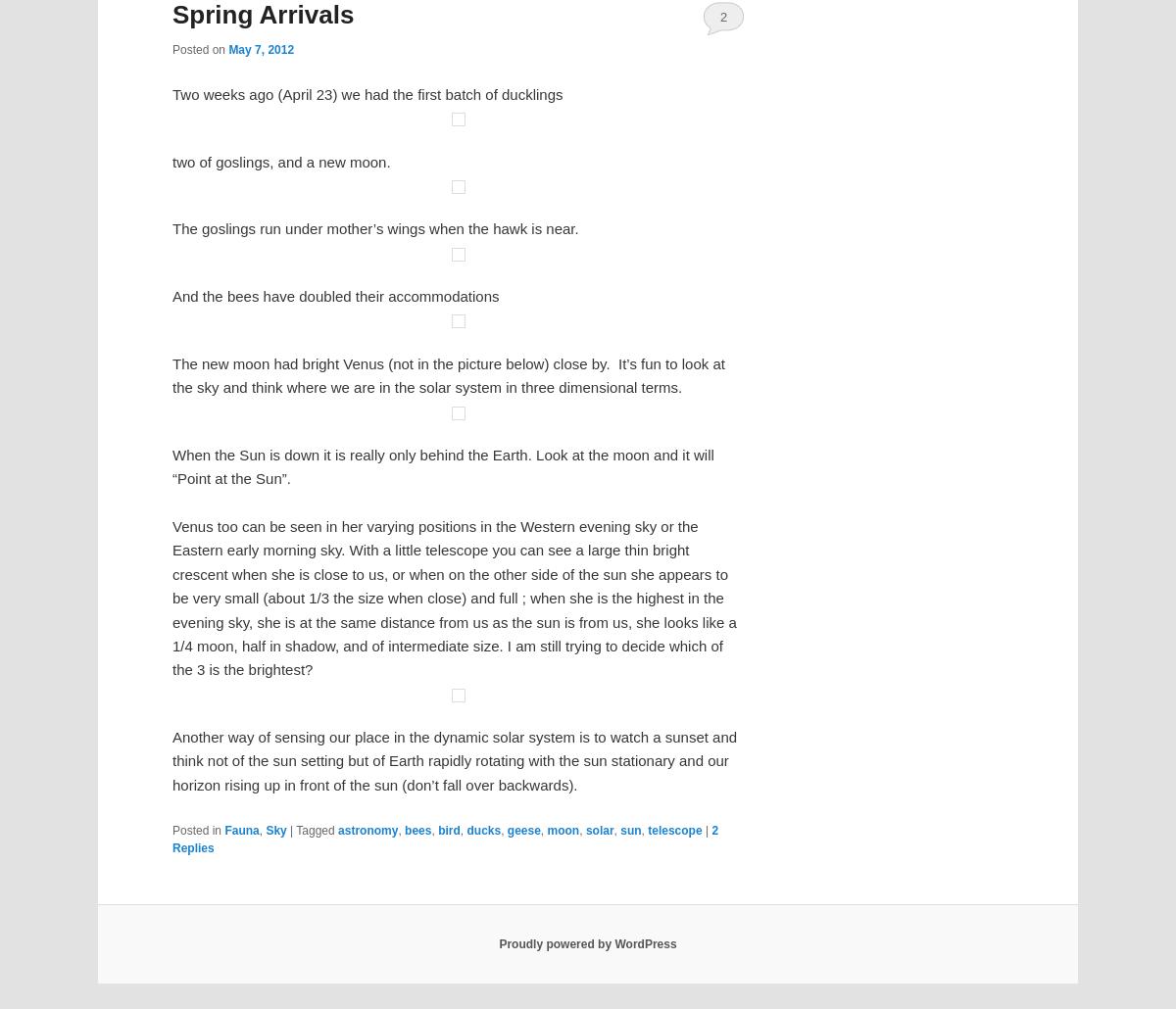  I want to click on 'two of goslings, and a new moon.', so click(280, 897).